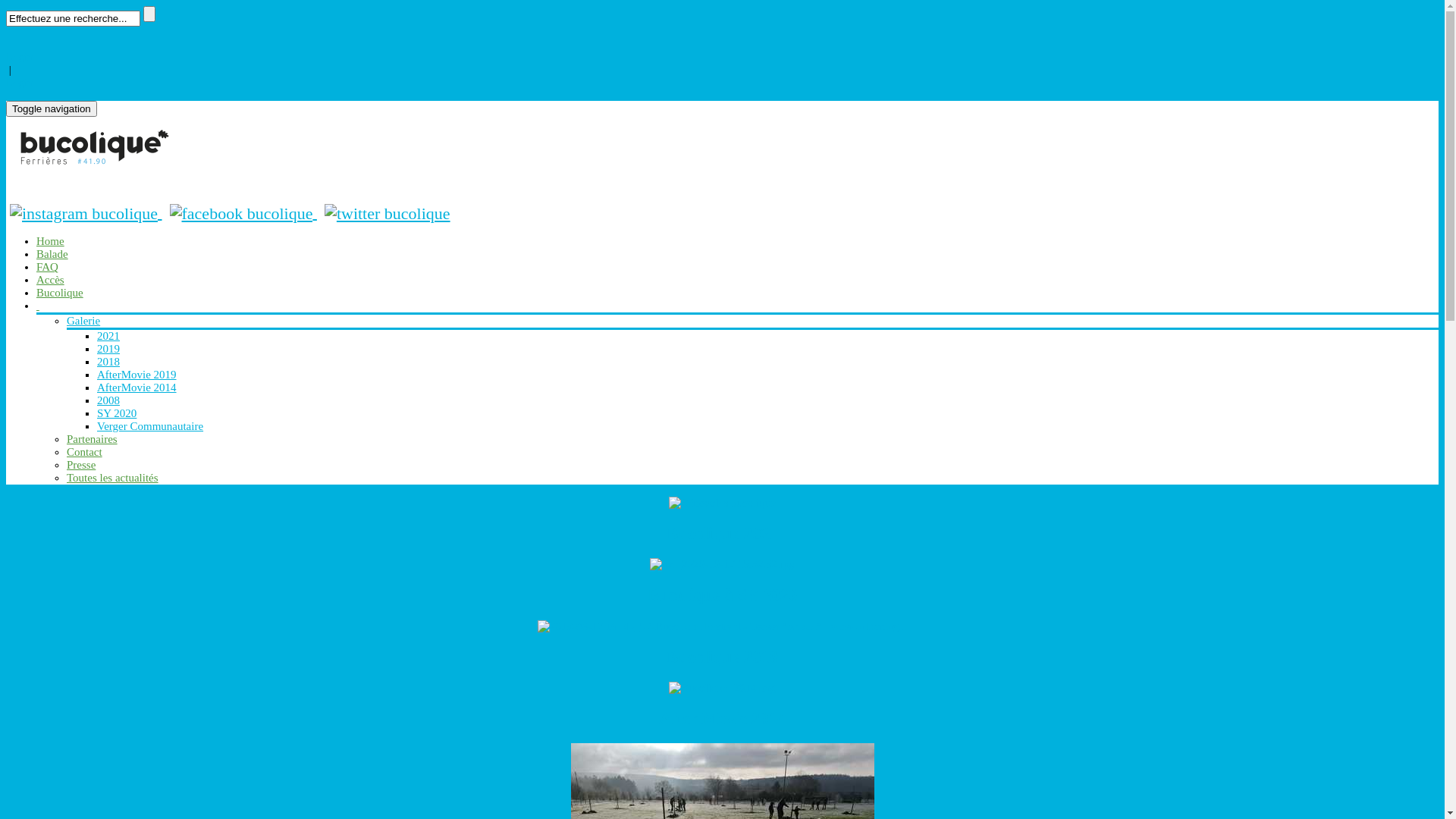  I want to click on 'Login', so click(19, 55).